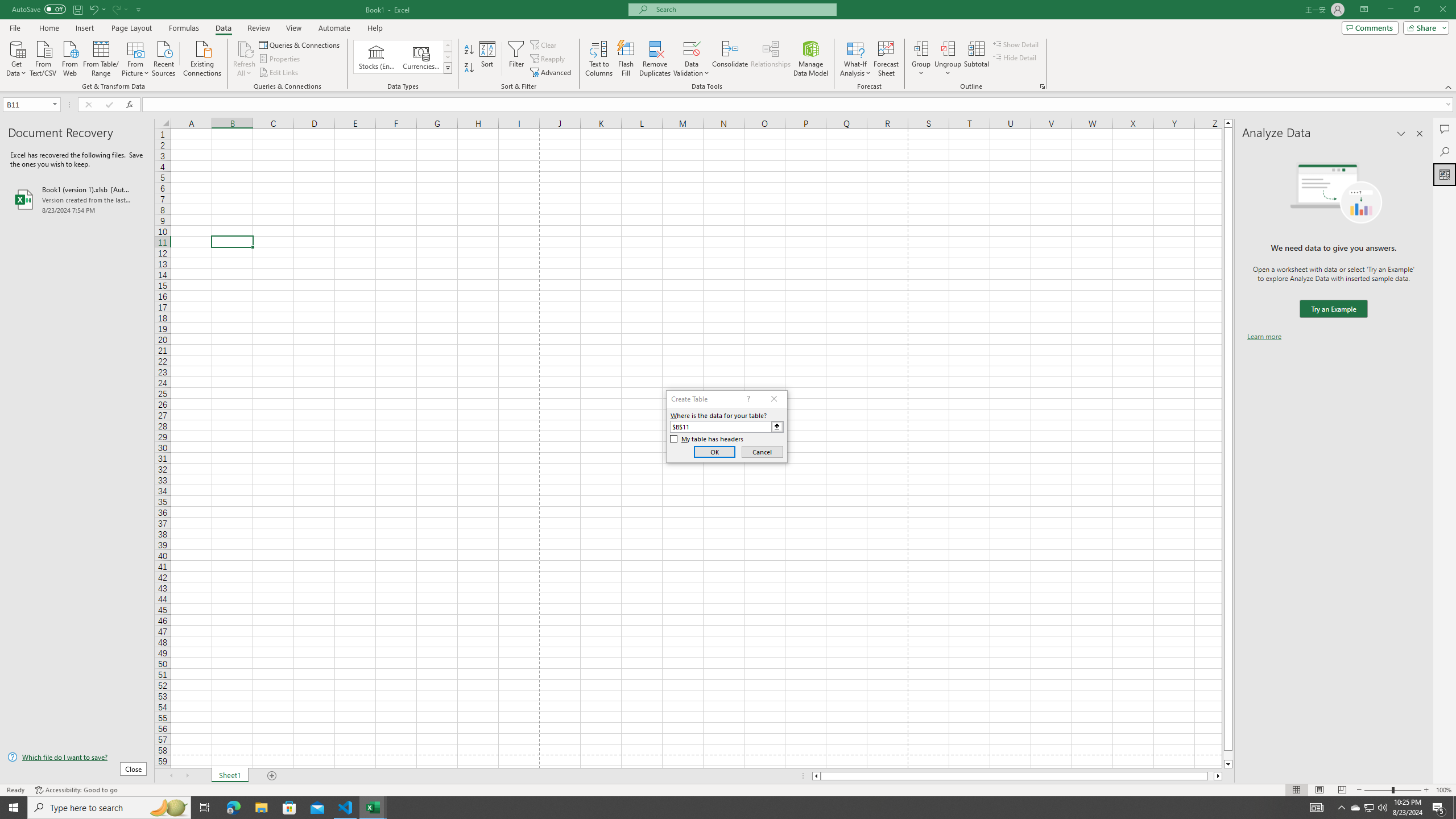 The image size is (1456, 819). What do you see at coordinates (136, 57) in the screenshot?
I see `'From Picture'` at bounding box center [136, 57].